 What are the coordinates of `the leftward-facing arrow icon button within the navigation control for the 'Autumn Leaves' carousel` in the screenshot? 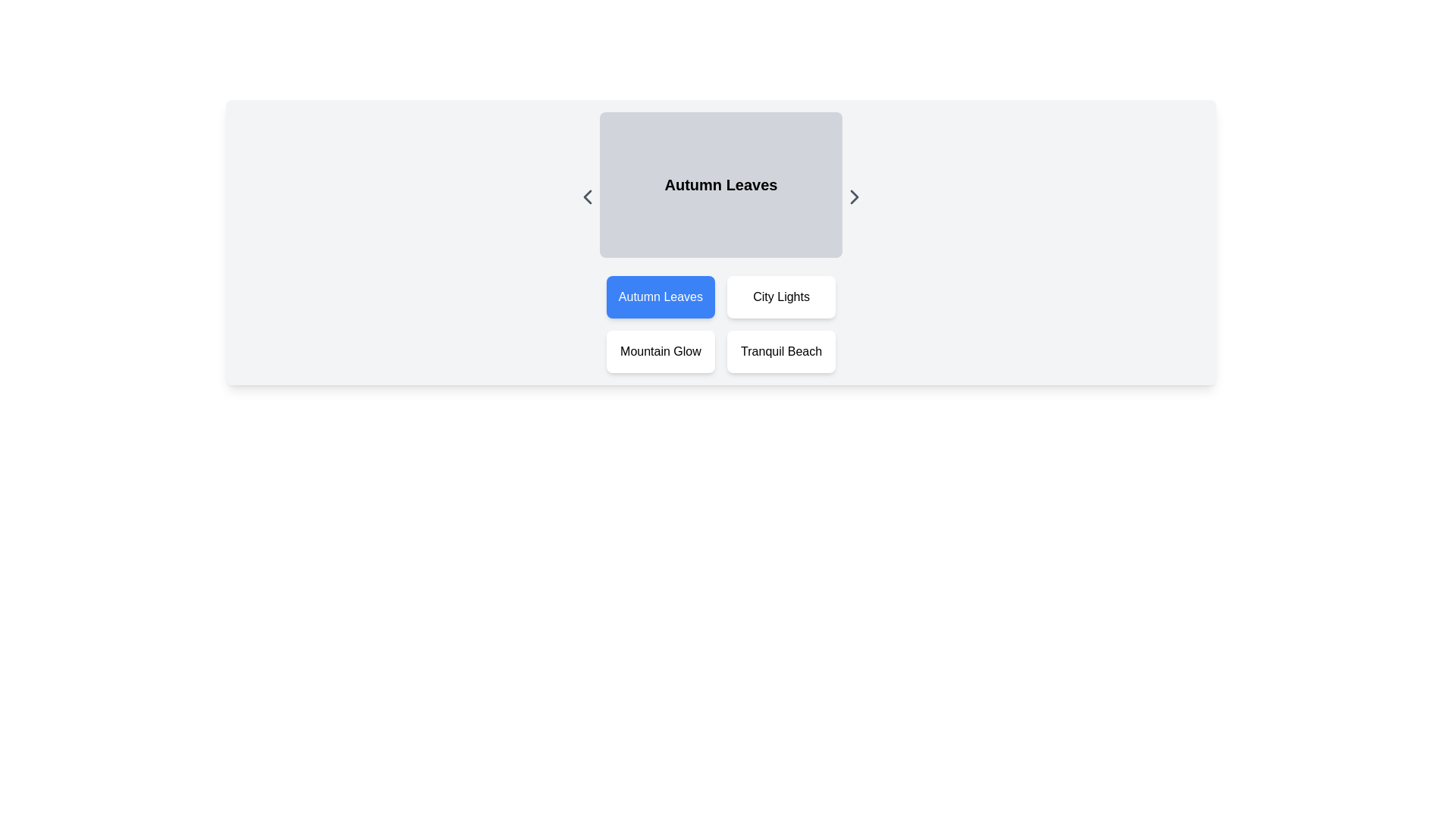 It's located at (586, 196).